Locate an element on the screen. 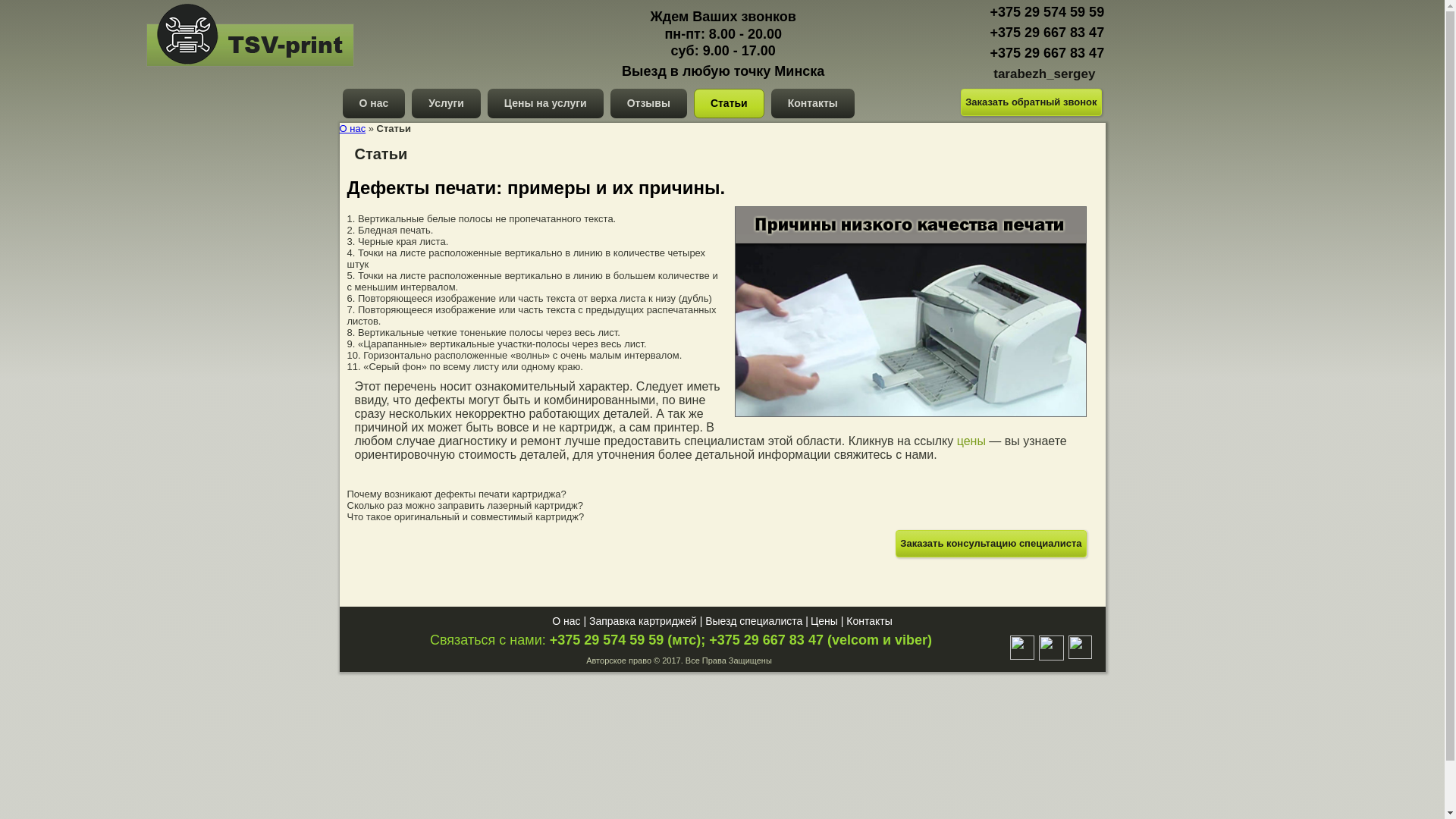  'tsv-print.by' is located at coordinates (207, 71).